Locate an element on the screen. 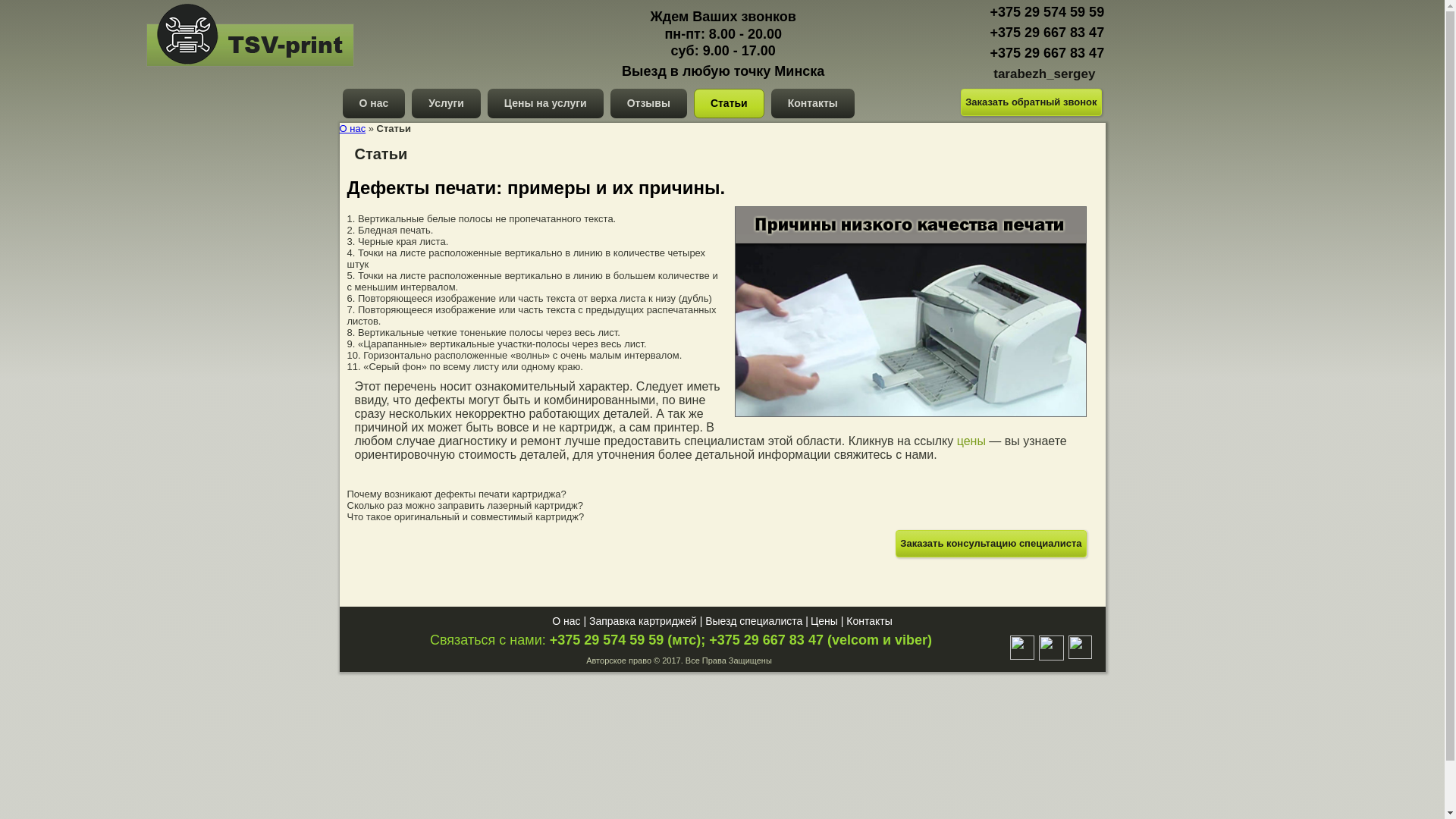  'tsv-print.by' is located at coordinates (207, 71).